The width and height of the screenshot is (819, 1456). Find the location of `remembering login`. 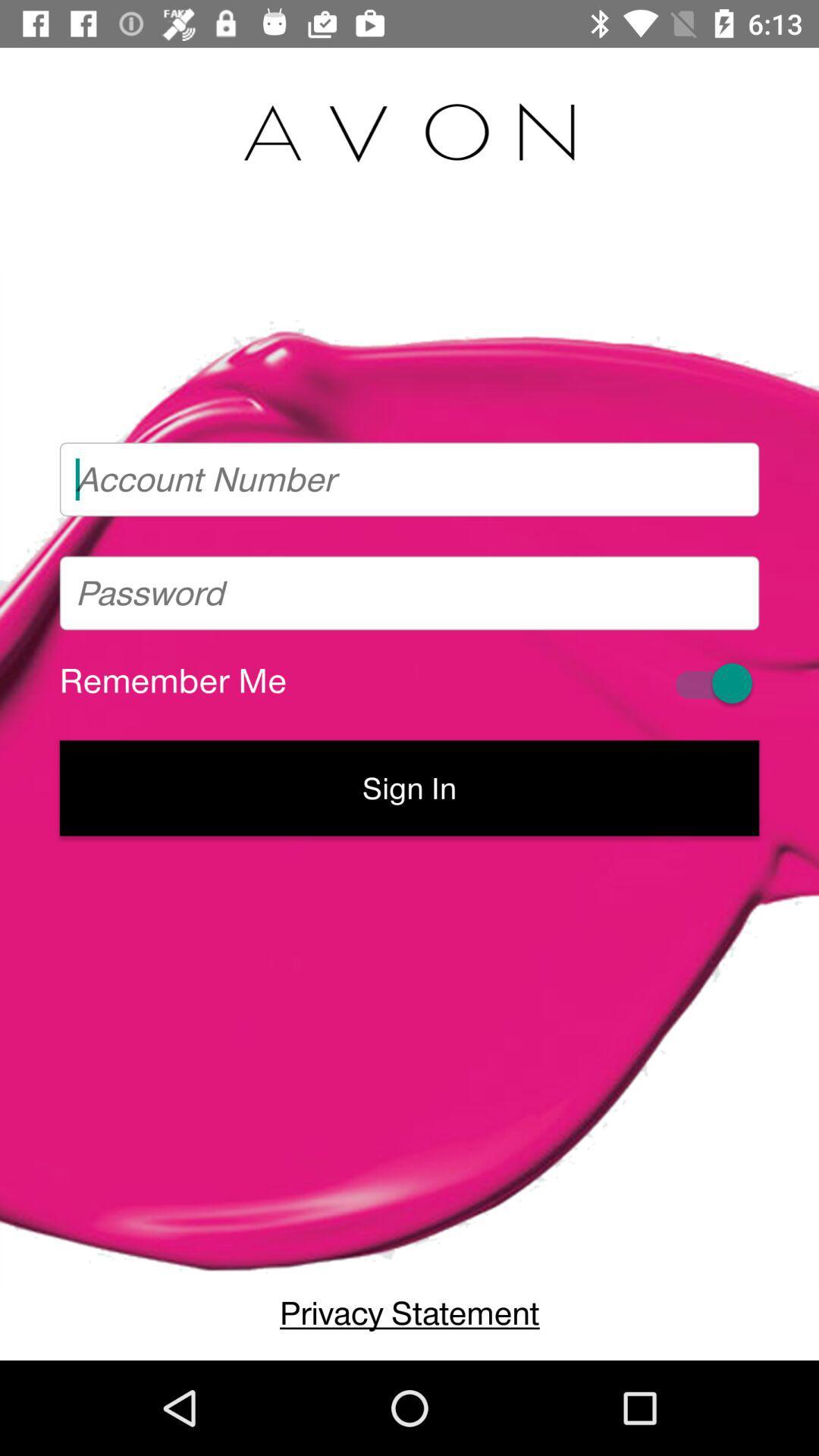

remembering login is located at coordinates (711, 682).